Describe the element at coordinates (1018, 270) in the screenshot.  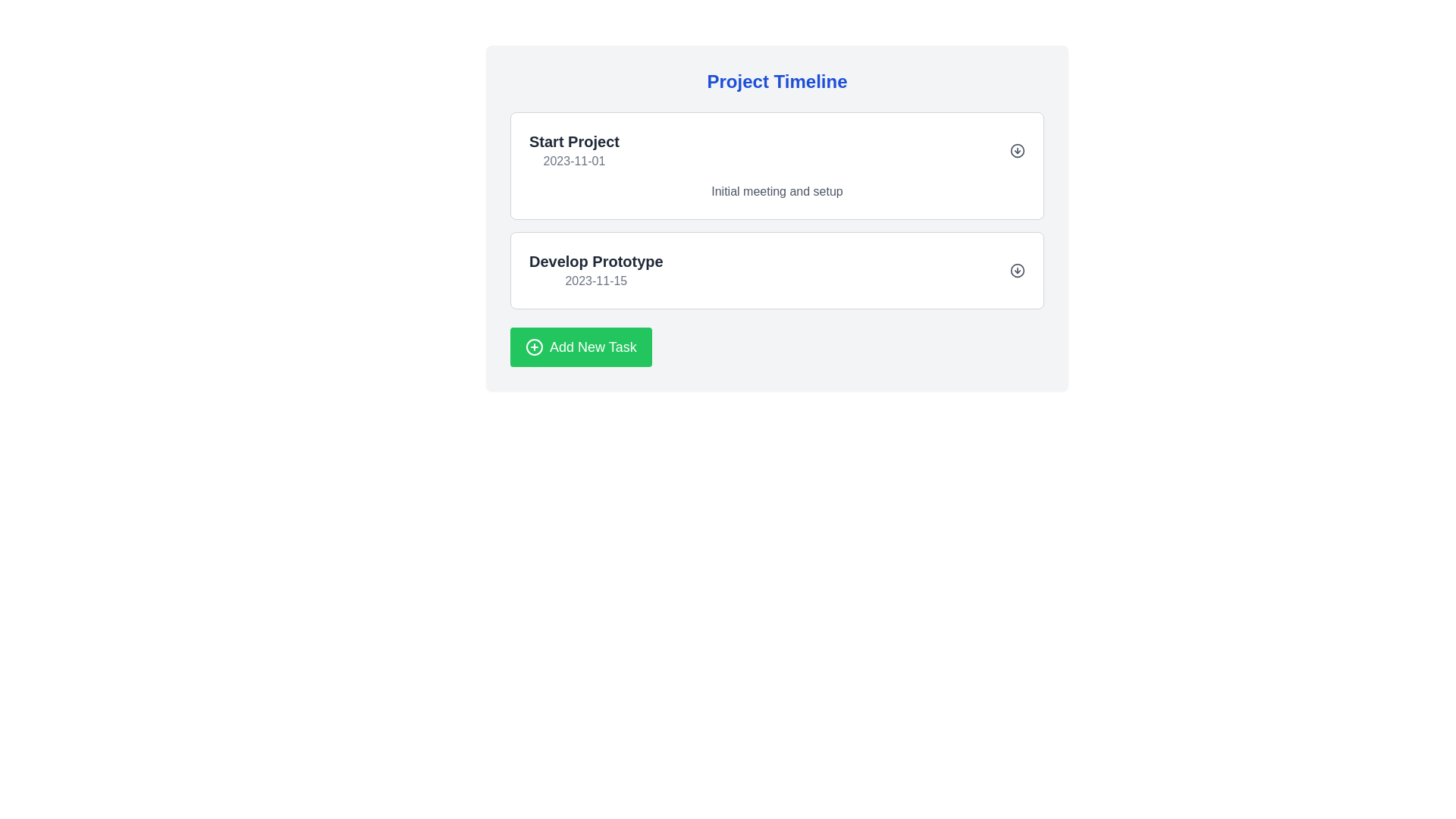
I see `the interactive icon button resembling a circular arrow pointing downward, located to the right of the 'Develop Prototype' task line near the timestamp '2023-11-15'` at that location.